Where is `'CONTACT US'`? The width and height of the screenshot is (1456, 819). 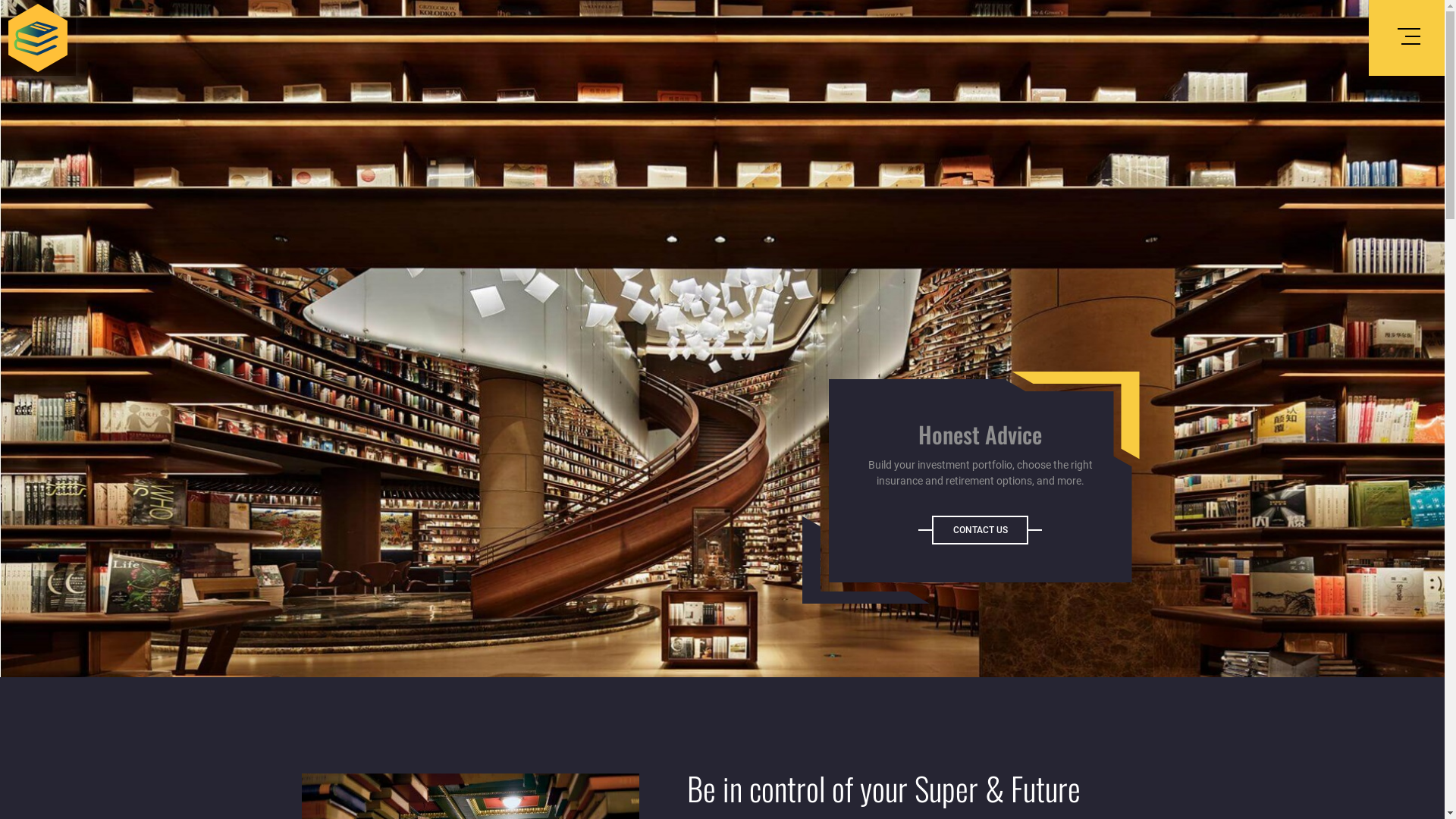
'CONTACT US' is located at coordinates (980, 529).